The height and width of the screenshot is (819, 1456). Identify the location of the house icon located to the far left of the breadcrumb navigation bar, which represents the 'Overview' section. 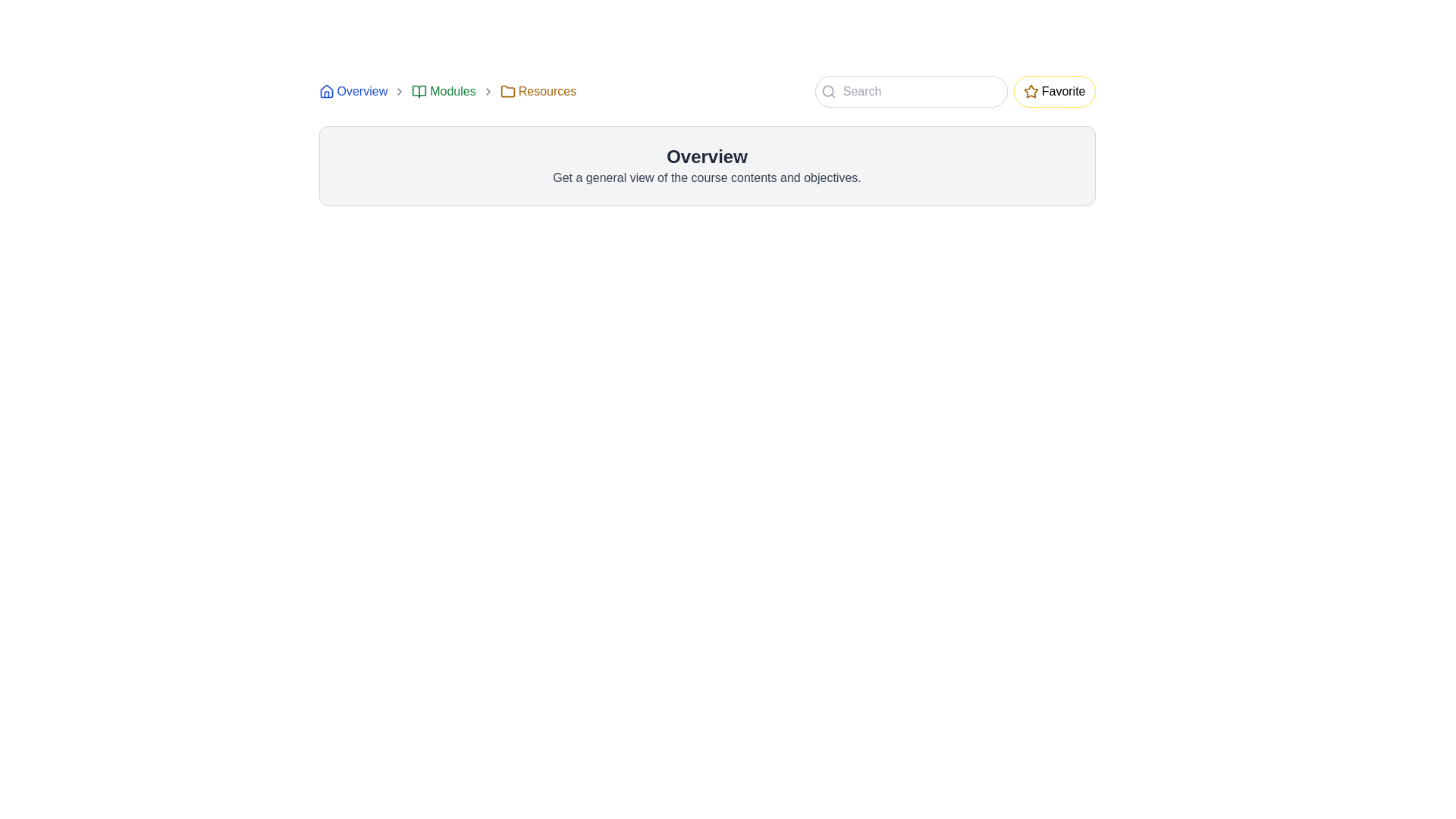
(325, 91).